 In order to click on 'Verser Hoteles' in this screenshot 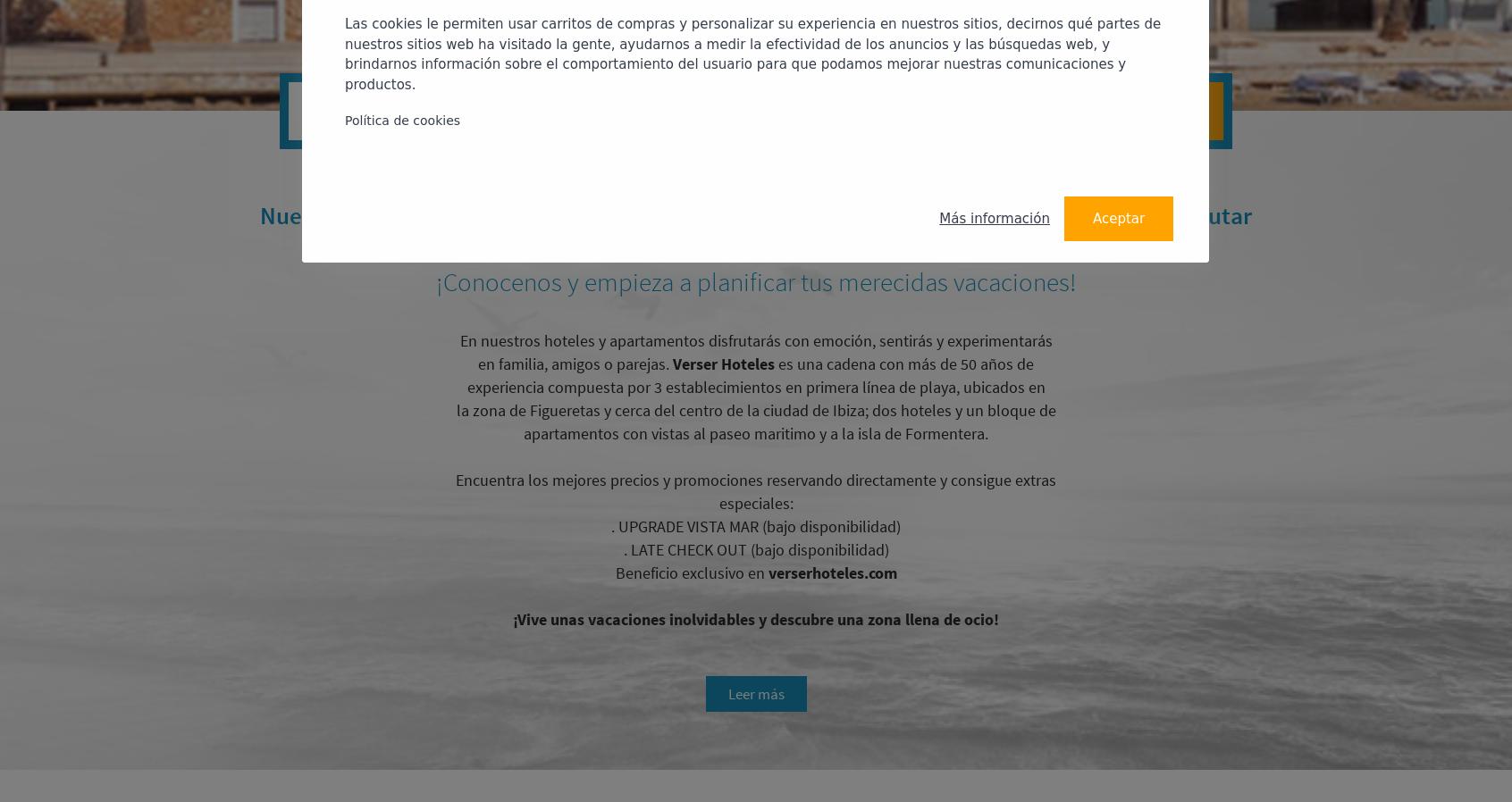, I will do `click(723, 363)`.